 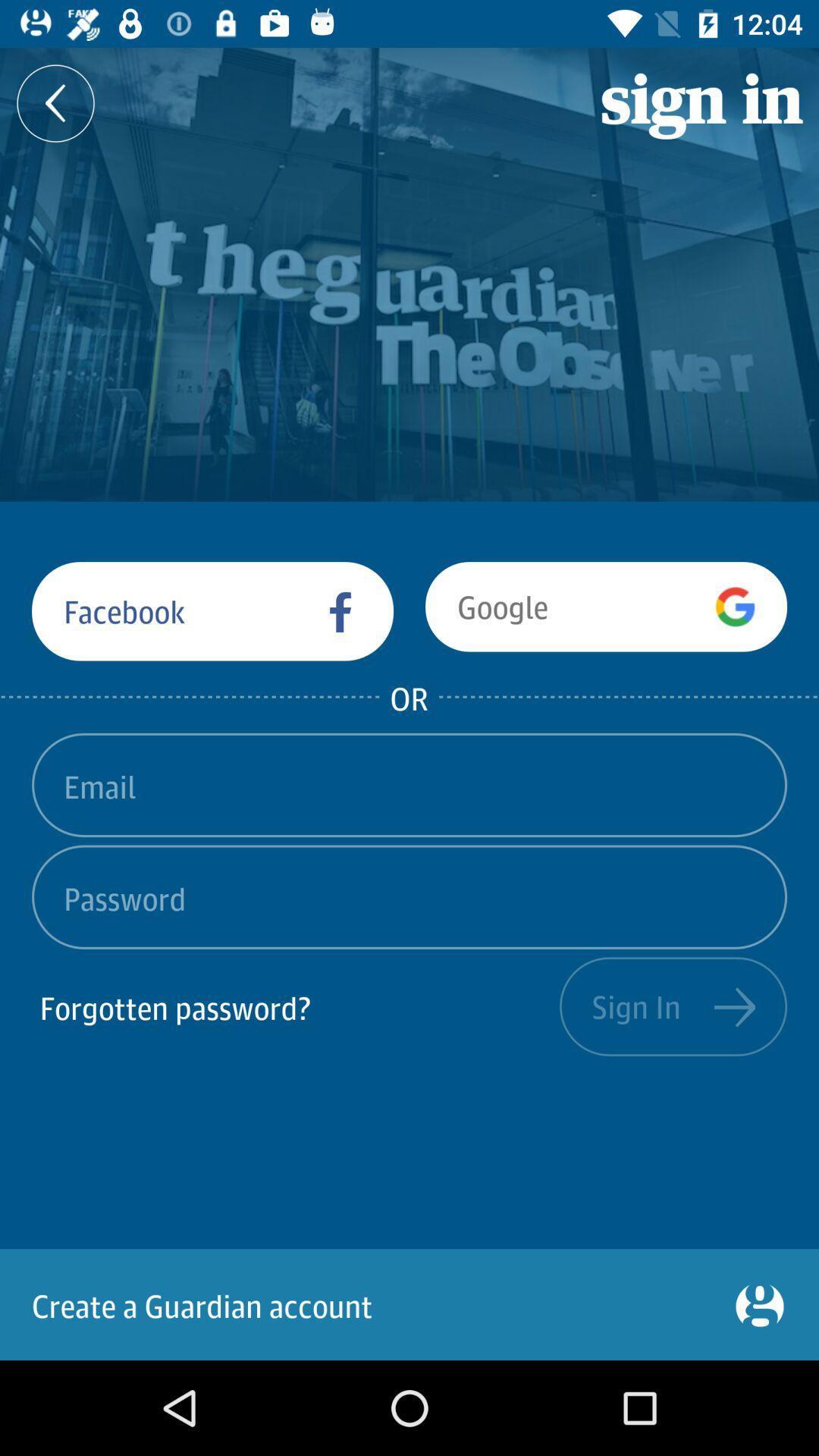 What do you see at coordinates (409, 785) in the screenshot?
I see `type email` at bounding box center [409, 785].